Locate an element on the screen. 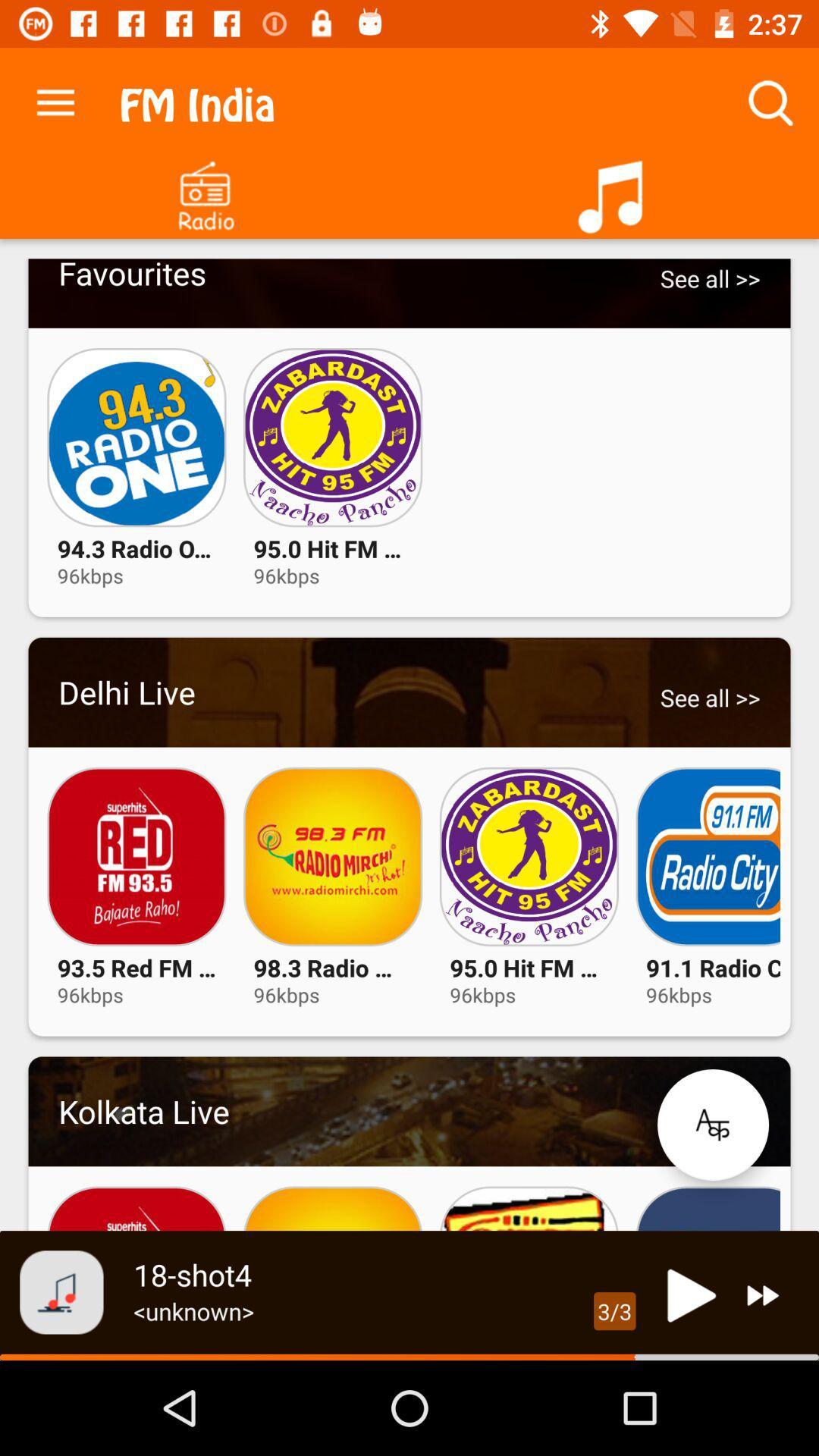  music is located at coordinates (614, 190).